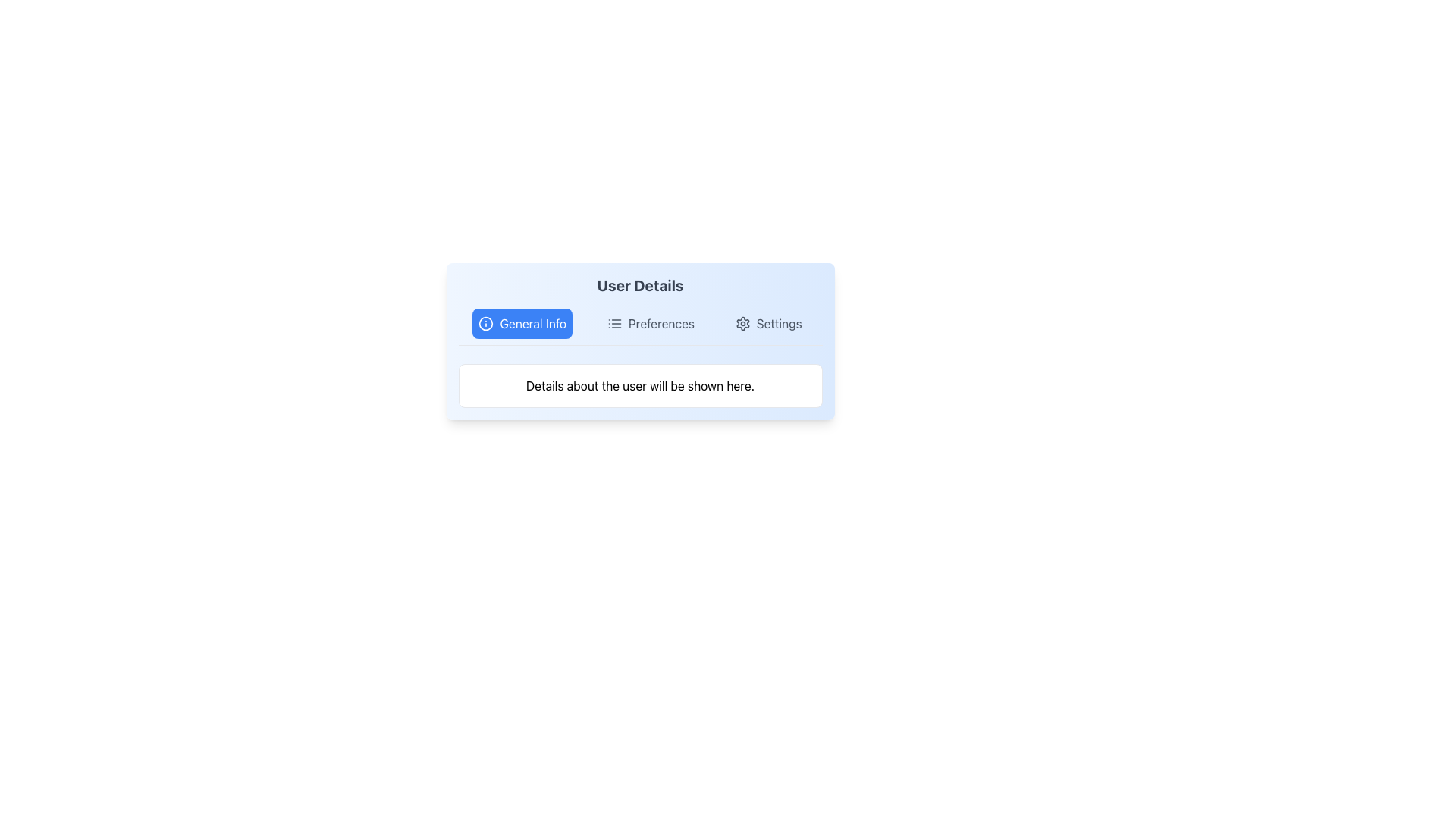 This screenshot has height=819, width=1456. Describe the element at coordinates (486, 323) in the screenshot. I see `the decorative part of the icon next to the 'General Info' label in the navigation bar of the user details interface` at that location.